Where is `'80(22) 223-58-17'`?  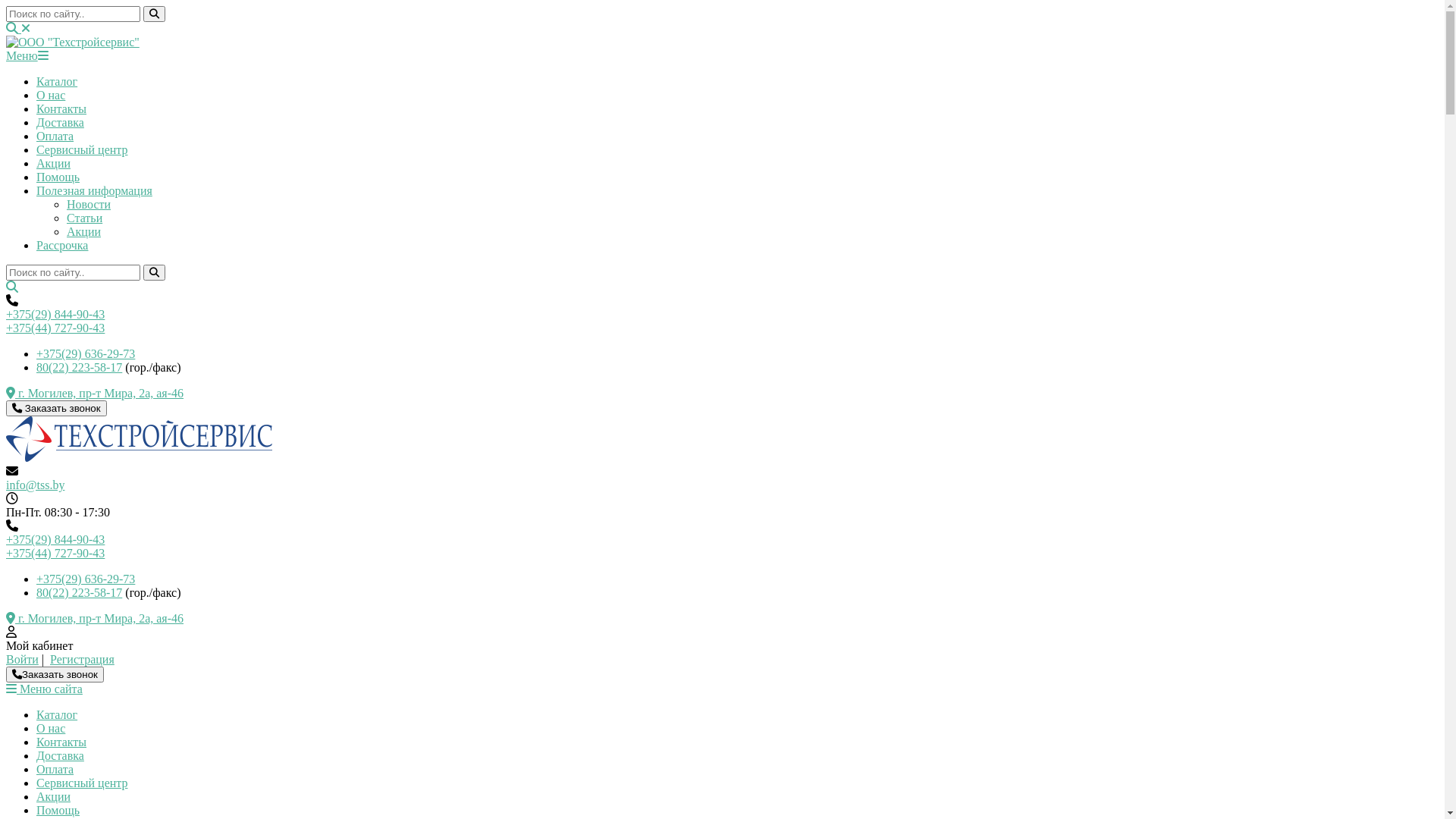
'80(22) 223-58-17' is located at coordinates (78, 591).